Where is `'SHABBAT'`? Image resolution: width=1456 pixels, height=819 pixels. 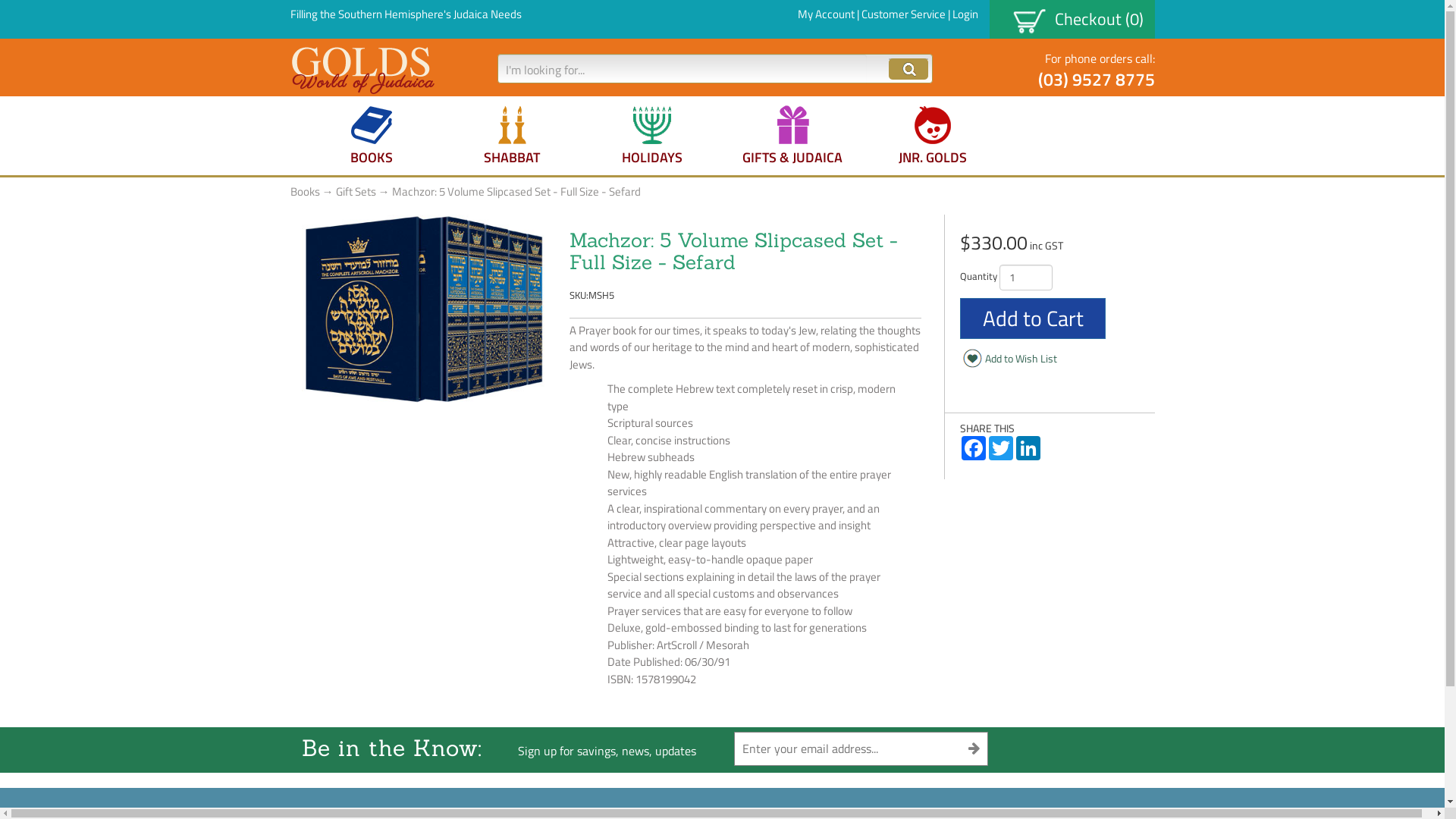 'SHABBAT' is located at coordinates (512, 134).